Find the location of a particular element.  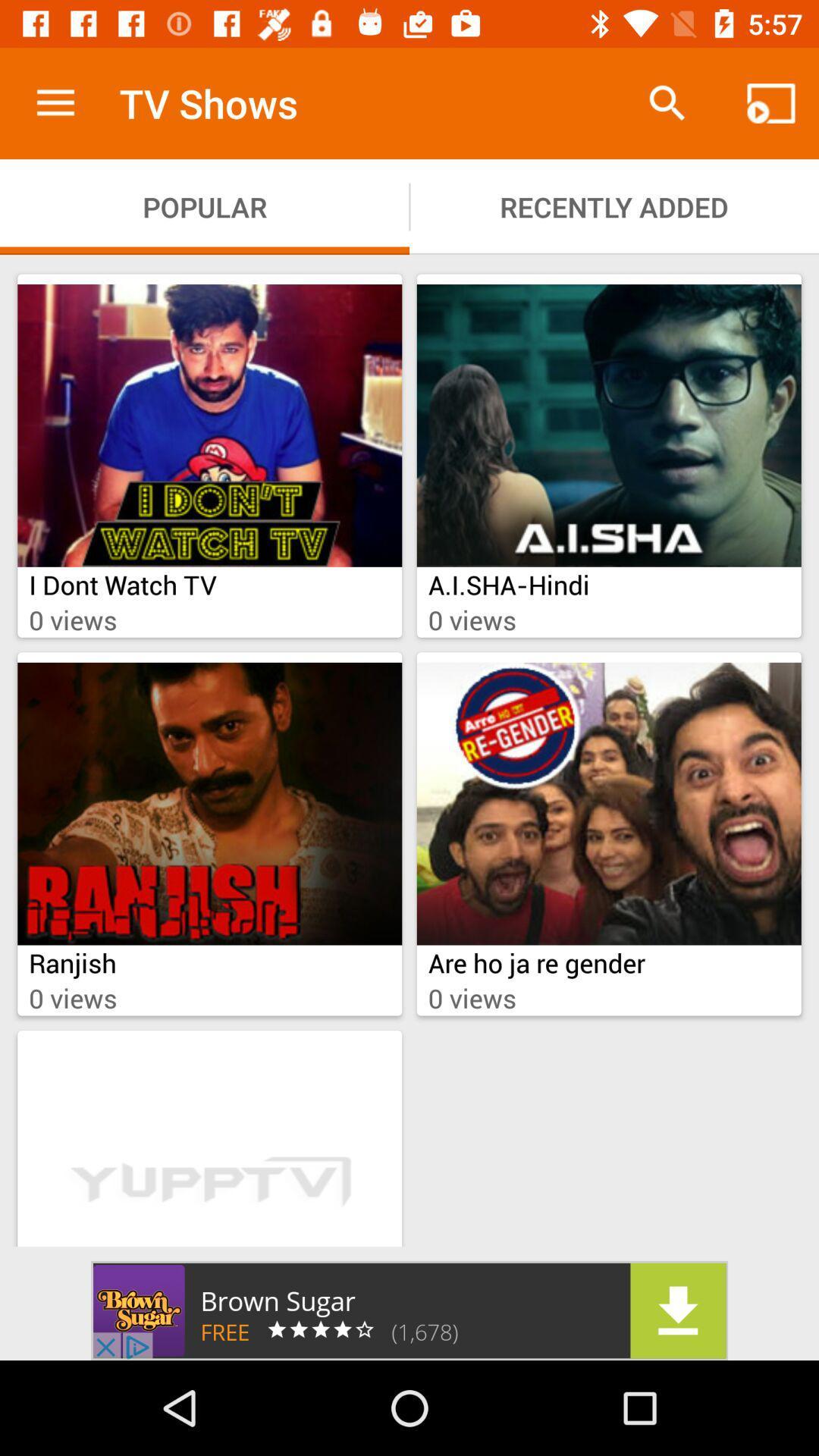

the add image is located at coordinates (409, 1310).